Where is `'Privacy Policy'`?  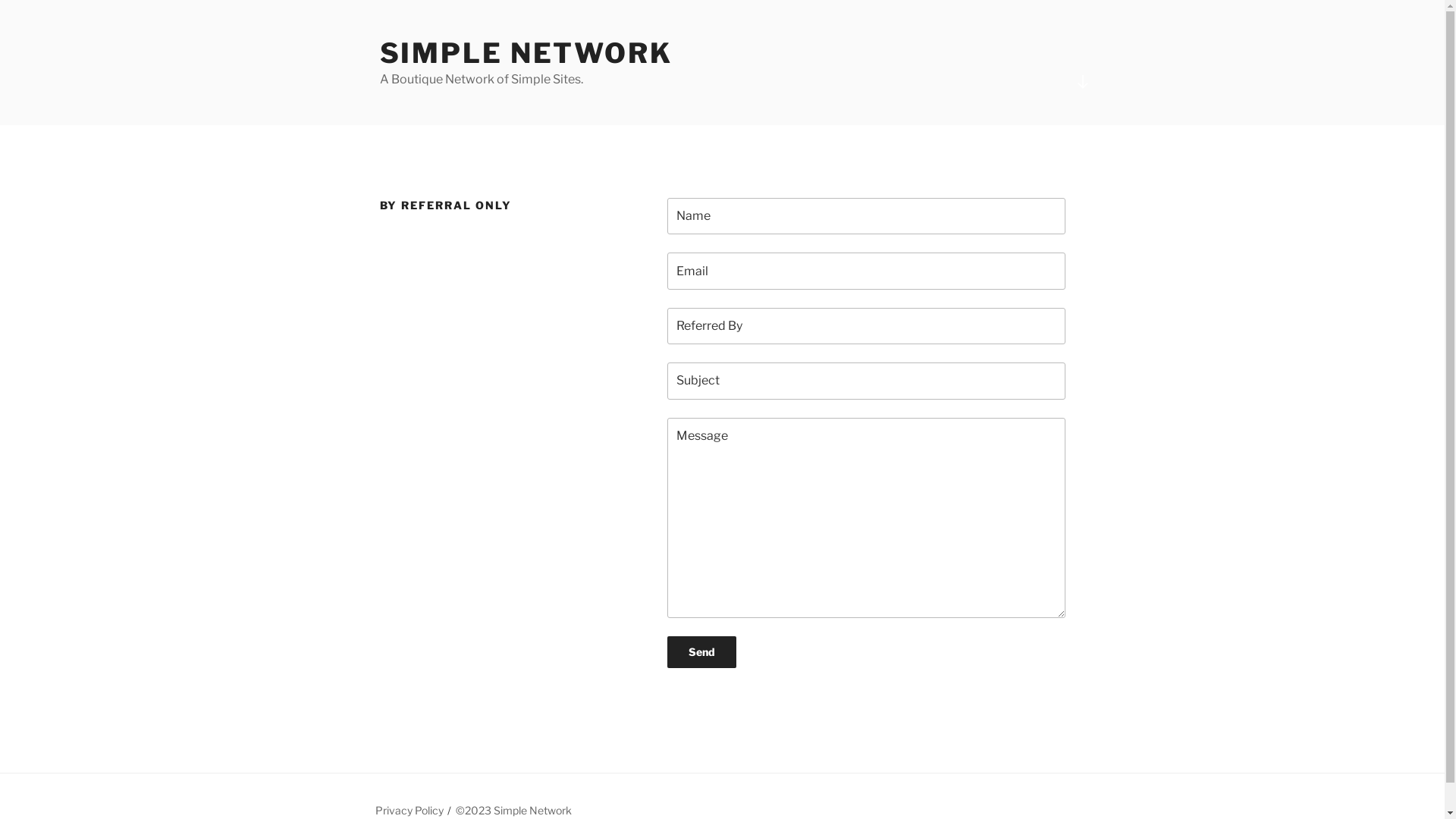
'Privacy Policy' is located at coordinates (375, 809).